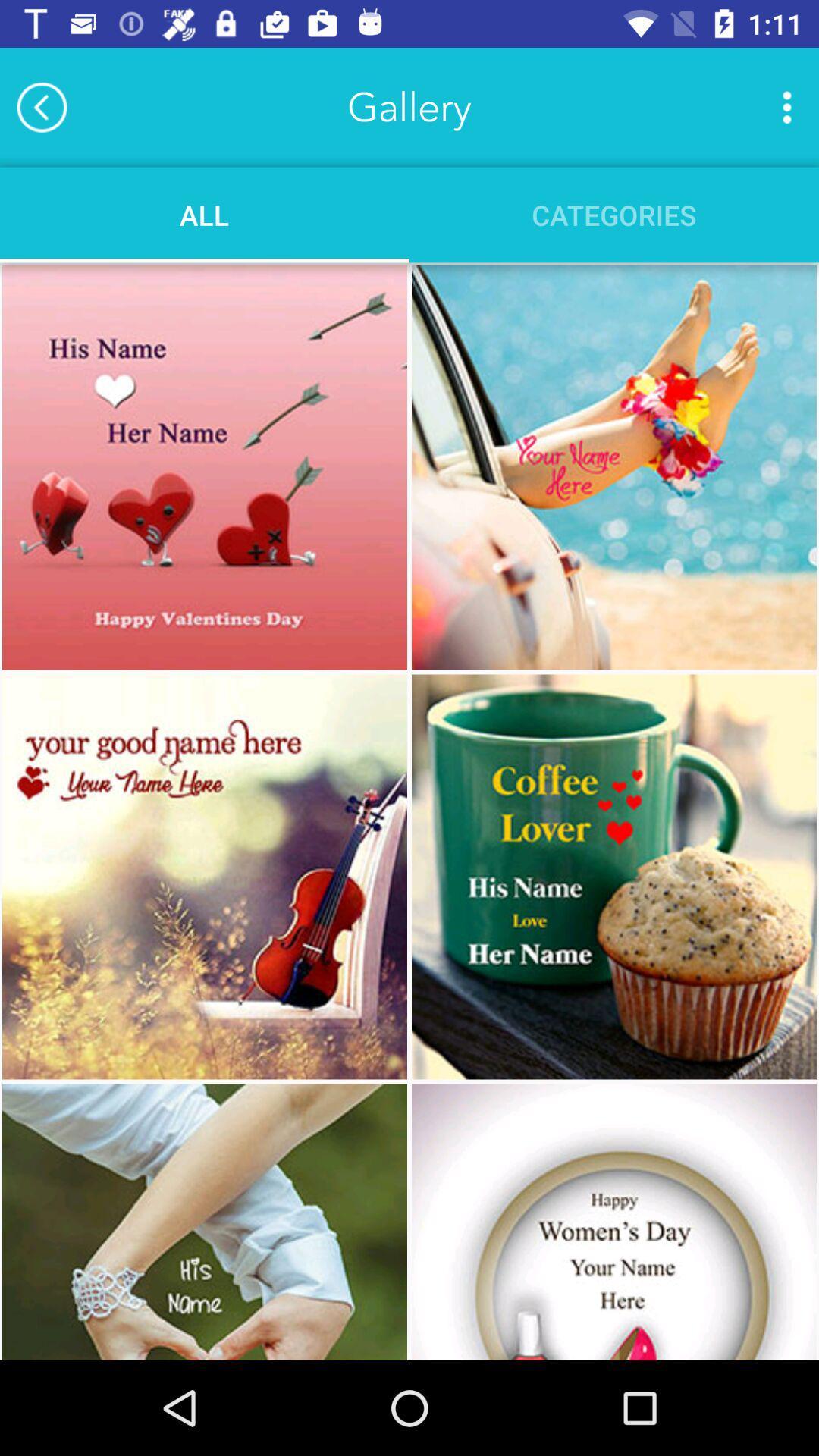 This screenshot has height=1456, width=819. What do you see at coordinates (786, 106) in the screenshot?
I see `the more icon` at bounding box center [786, 106].